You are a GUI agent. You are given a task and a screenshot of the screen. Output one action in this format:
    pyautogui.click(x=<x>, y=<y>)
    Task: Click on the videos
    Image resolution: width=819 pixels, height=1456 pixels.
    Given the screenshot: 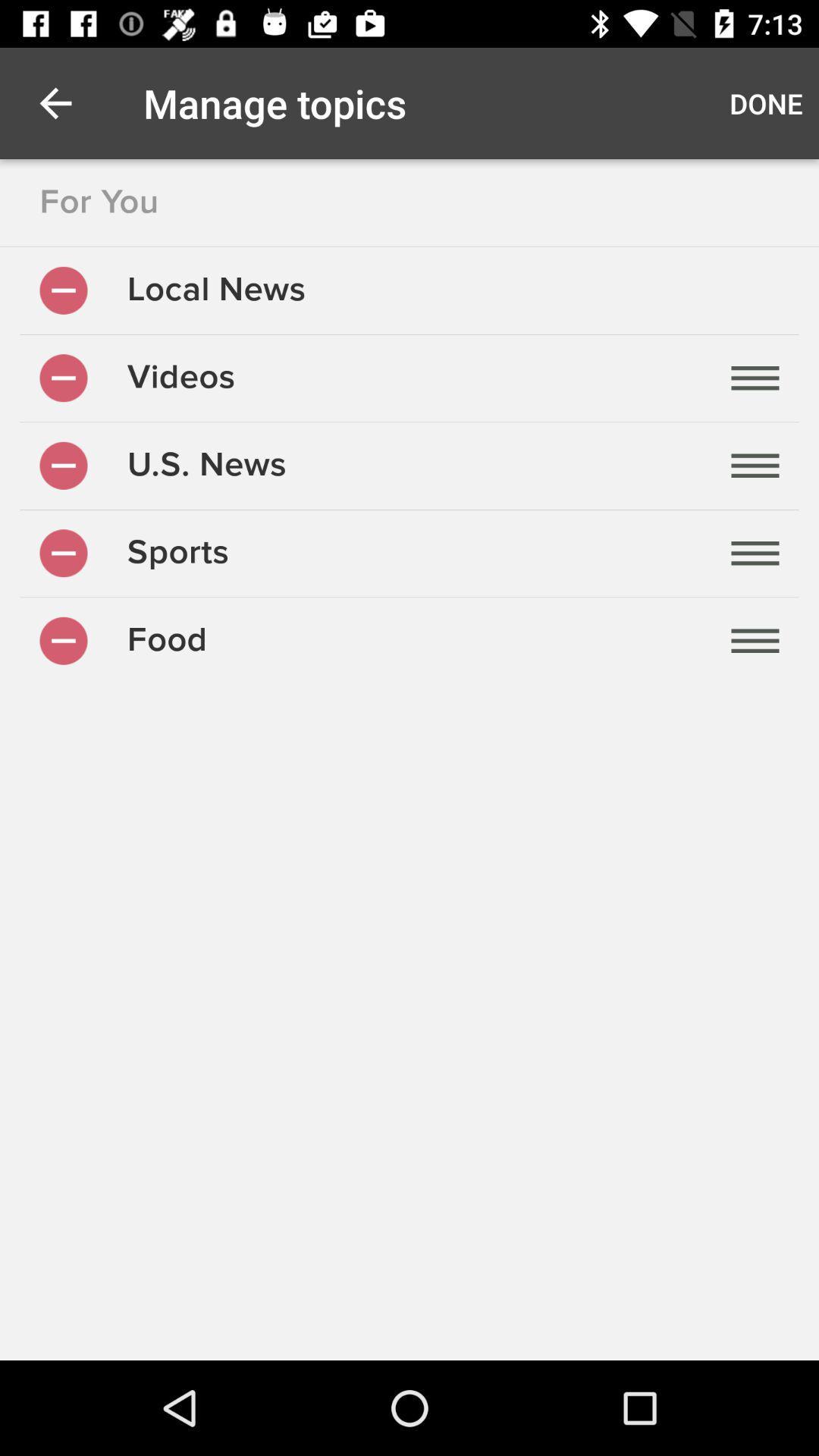 What is the action you would take?
    pyautogui.click(x=63, y=378)
    